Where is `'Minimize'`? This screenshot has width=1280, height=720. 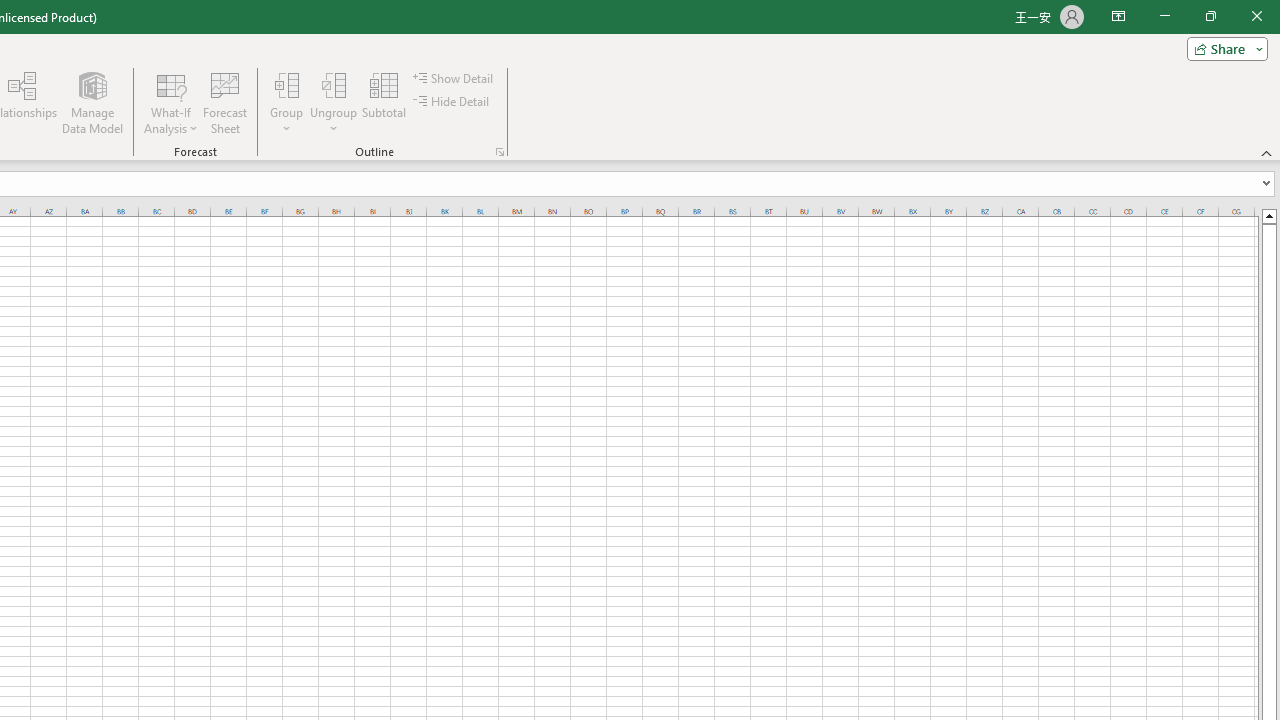
'Minimize' is located at coordinates (1164, 16).